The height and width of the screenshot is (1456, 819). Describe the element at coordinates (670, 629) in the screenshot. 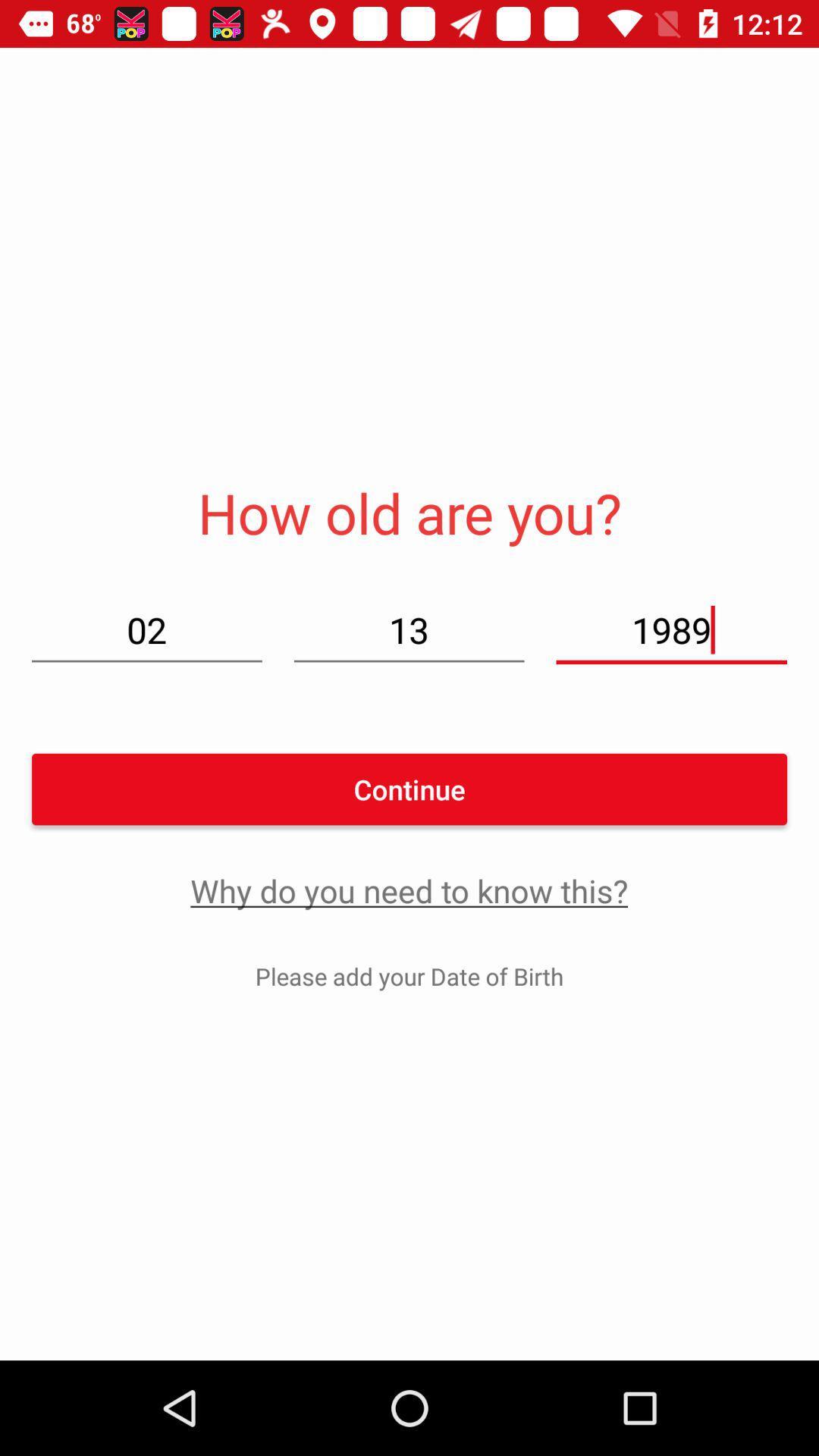

I see `the item next to 13 icon` at that location.